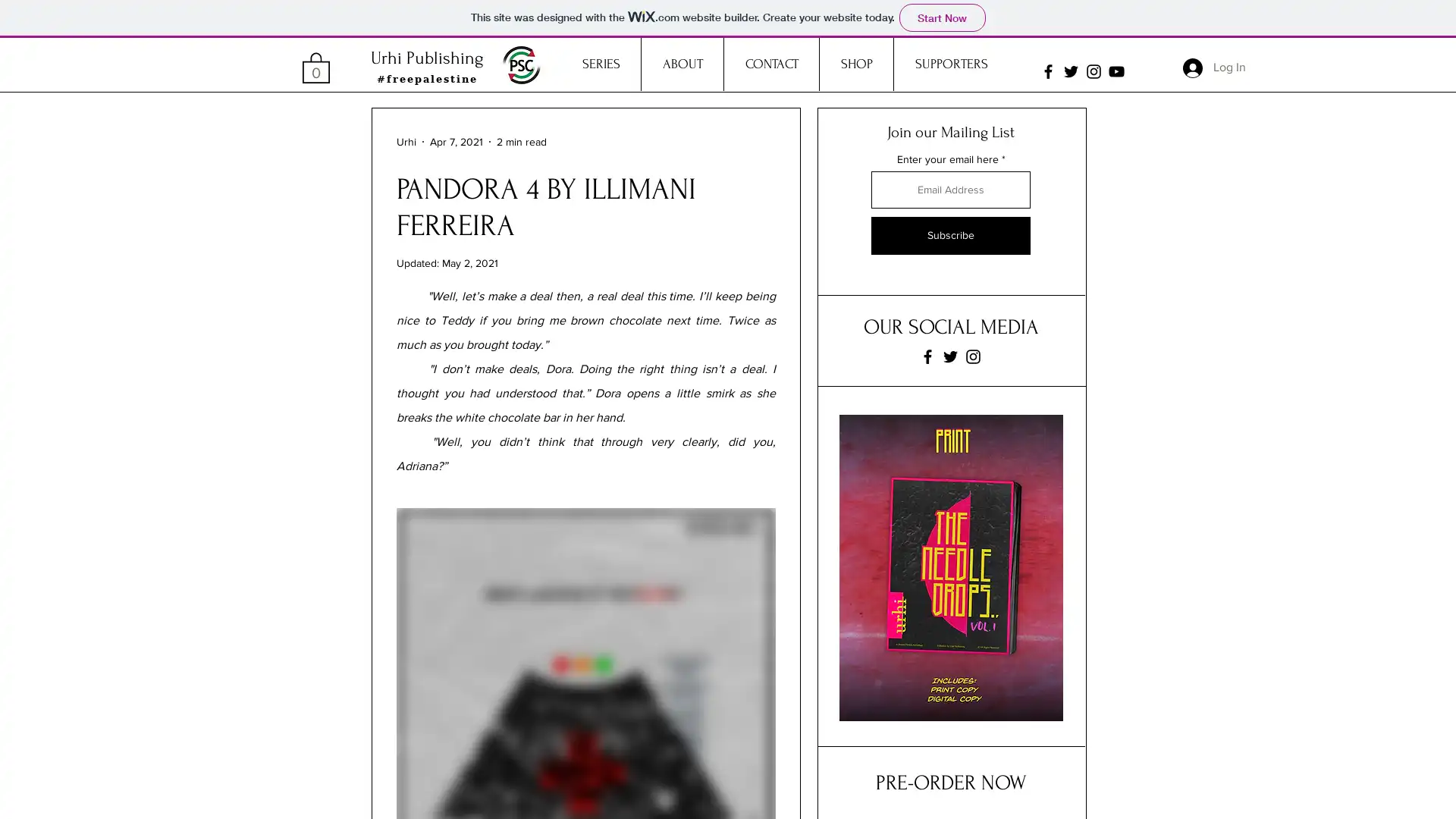  What do you see at coordinates (1312, 794) in the screenshot?
I see `Settings` at bounding box center [1312, 794].